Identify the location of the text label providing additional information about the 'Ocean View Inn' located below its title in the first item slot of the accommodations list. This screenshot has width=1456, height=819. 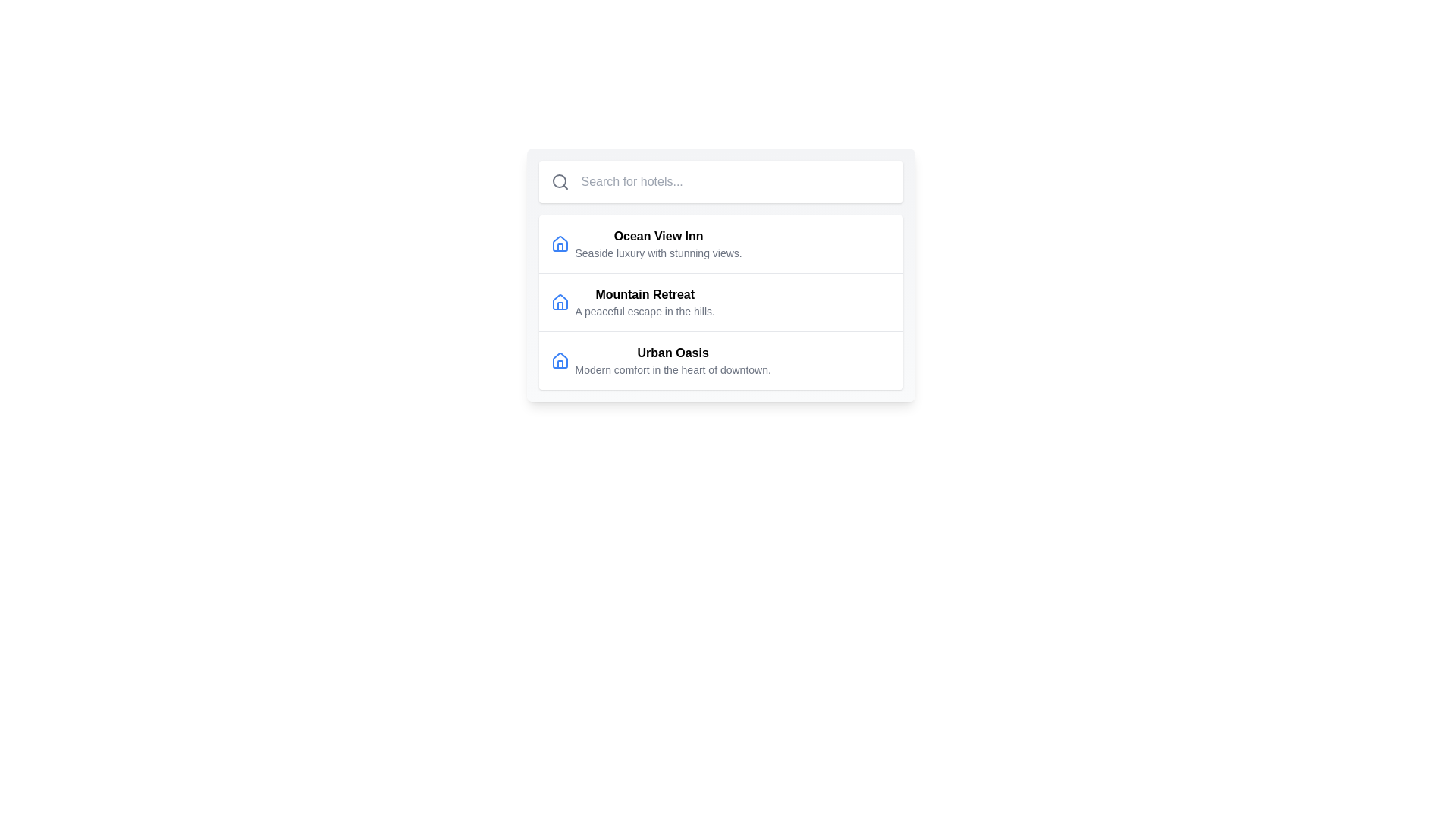
(658, 253).